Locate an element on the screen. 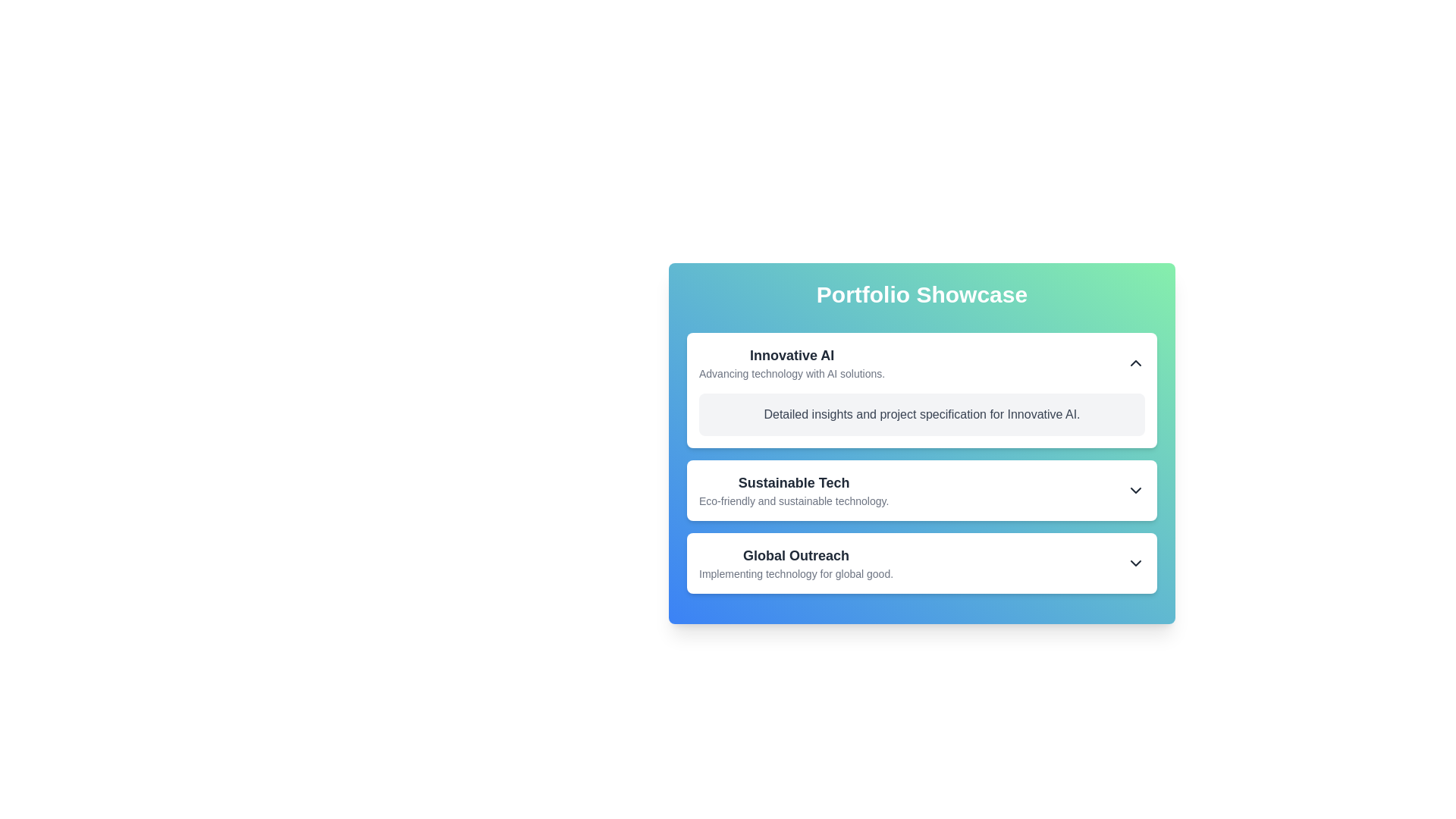  the text content of the Text block with hierarchical styling that includes 'Innovative AI' and 'Advancing technology with AI solutions.' located under the heading 'Portfolio Showcase' is located at coordinates (791, 362).